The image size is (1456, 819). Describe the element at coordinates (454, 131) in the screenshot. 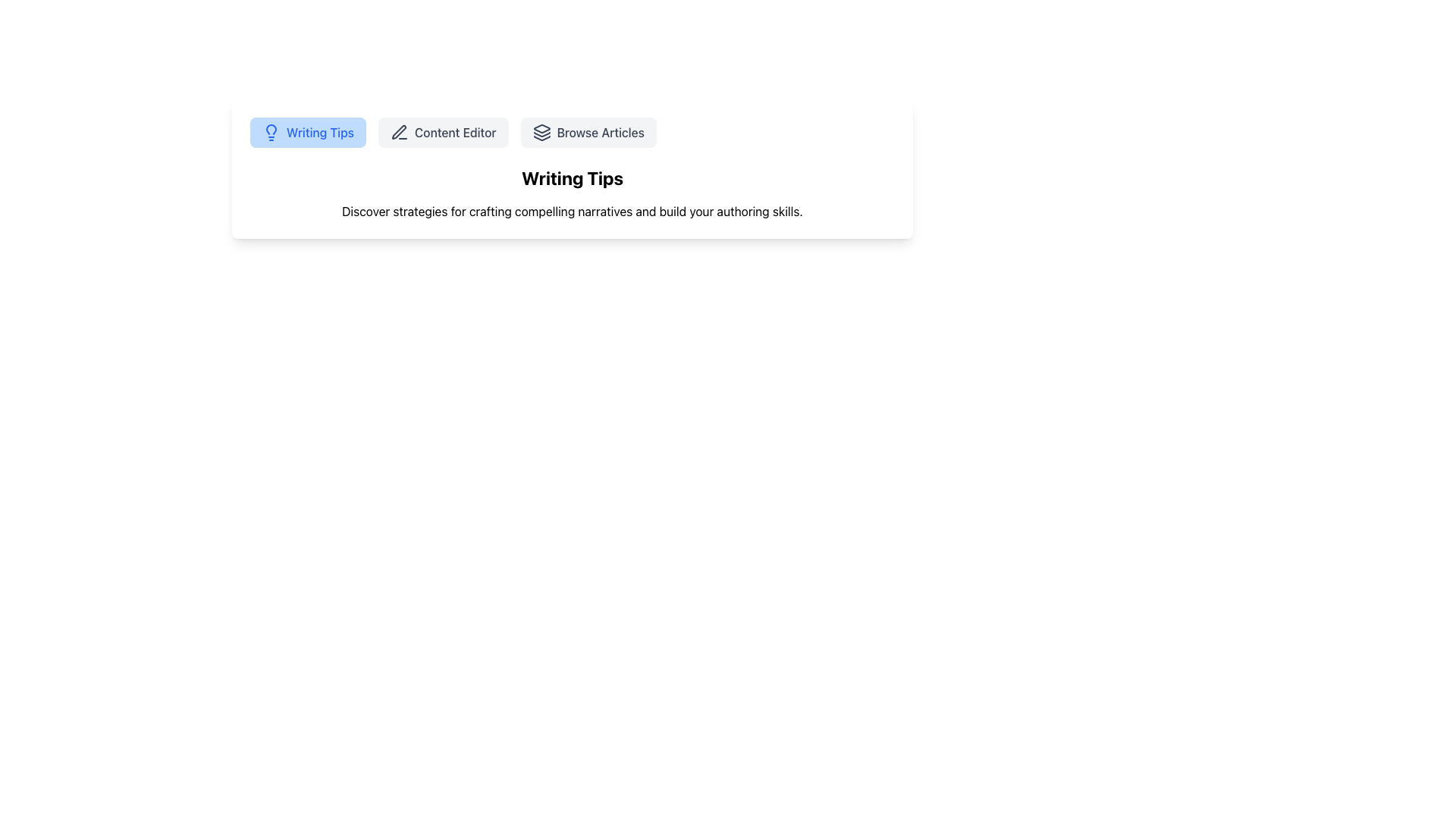

I see `the 'Content Editor' text label which is styled in gray, part of the second button in a horizontal button group, positioned between a pen icon and the 'Browse Articles' button` at that location.